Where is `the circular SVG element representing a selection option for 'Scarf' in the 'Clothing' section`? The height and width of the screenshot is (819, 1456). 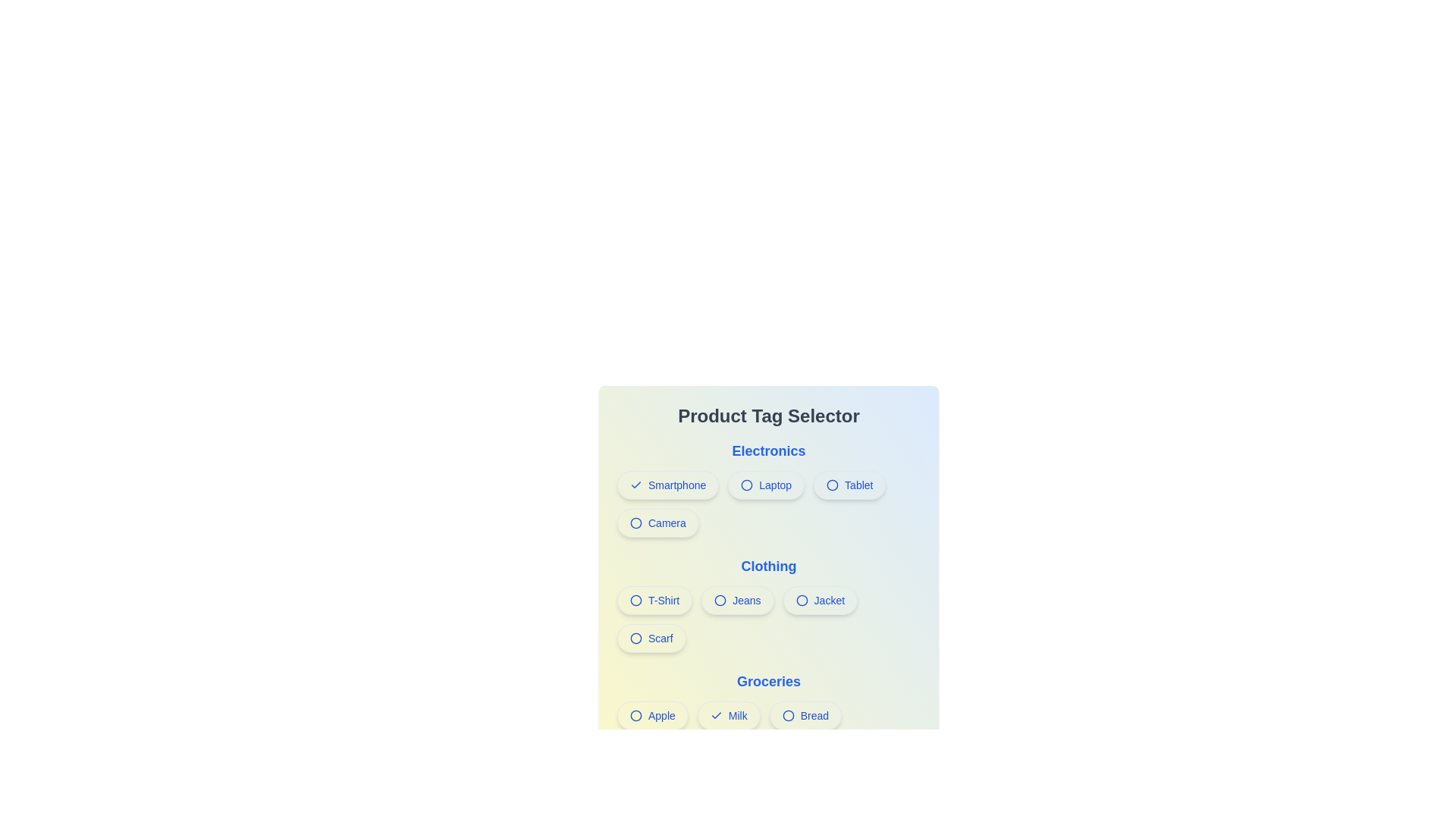
the circular SVG element representing a selection option for 'Scarf' in the 'Clothing' section is located at coordinates (636, 638).